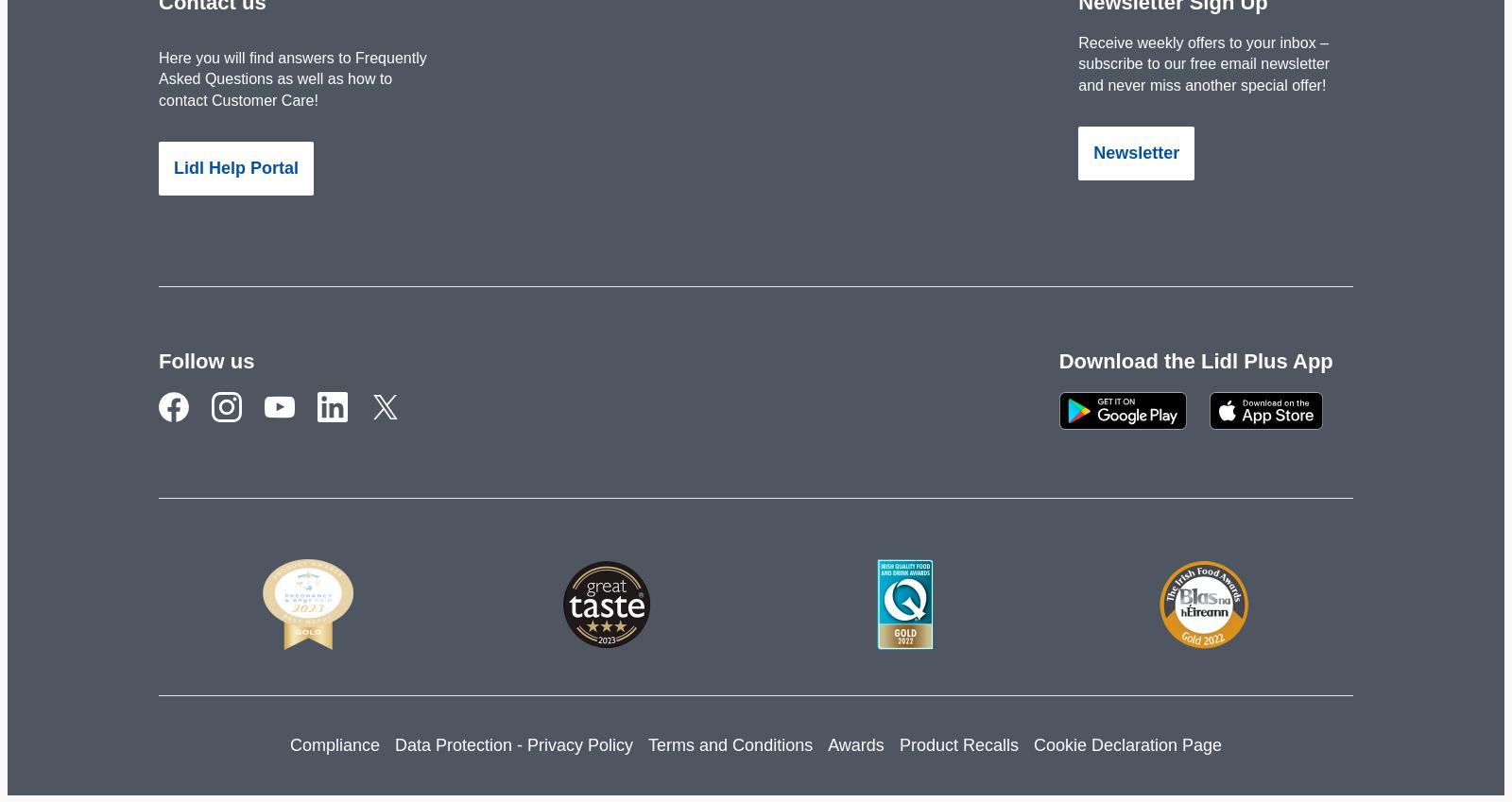 The width and height of the screenshot is (1512, 802). What do you see at coordinates (512, 743) in the screenshot?
I see `'Data Protection - Privacy Policy'` at bounding box center [512, 743].